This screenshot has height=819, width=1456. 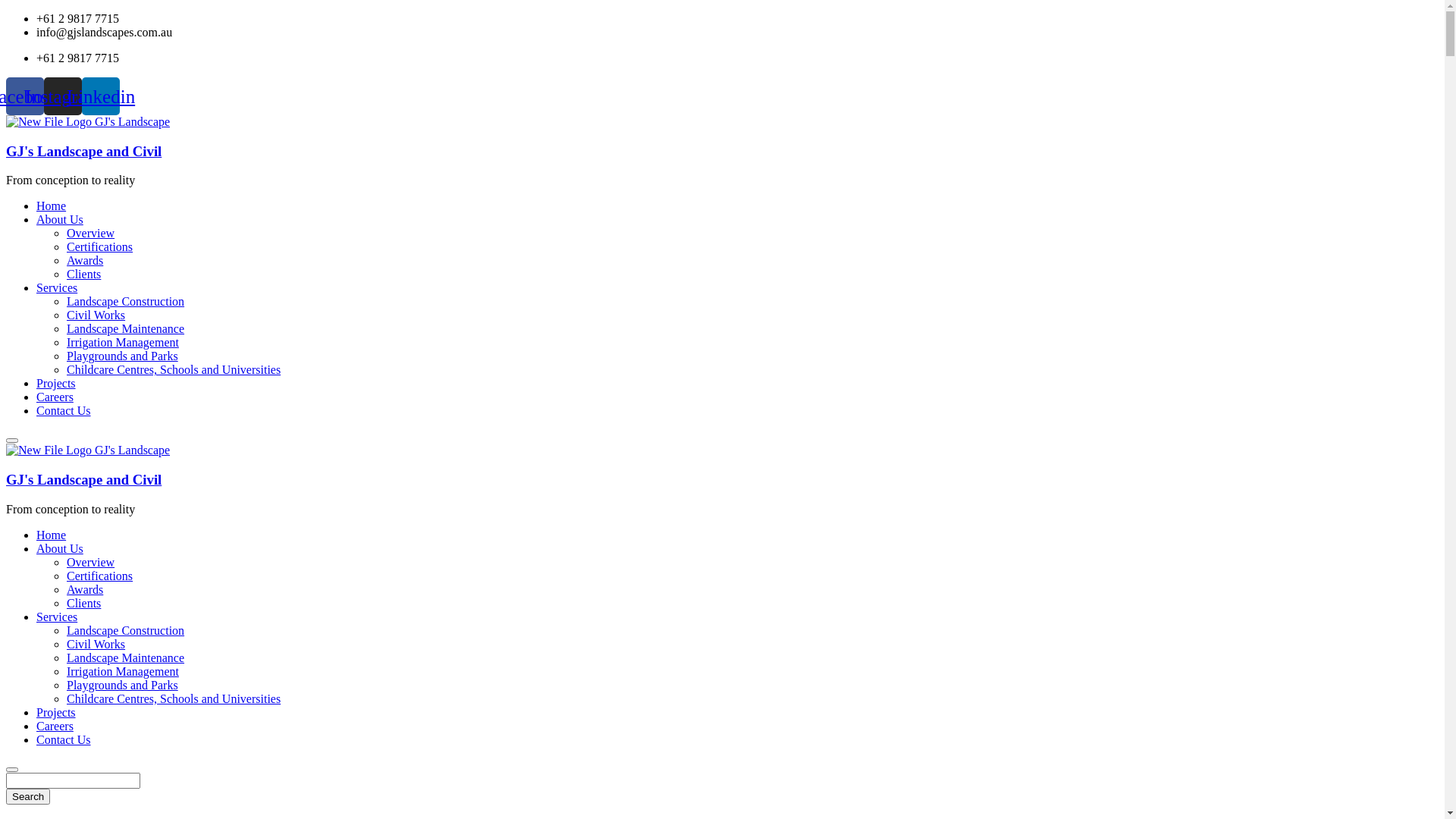 What do you see at coordinates (55, 396) in the screenshot?
I see `'Careers'` at bounding box center [55, 396].